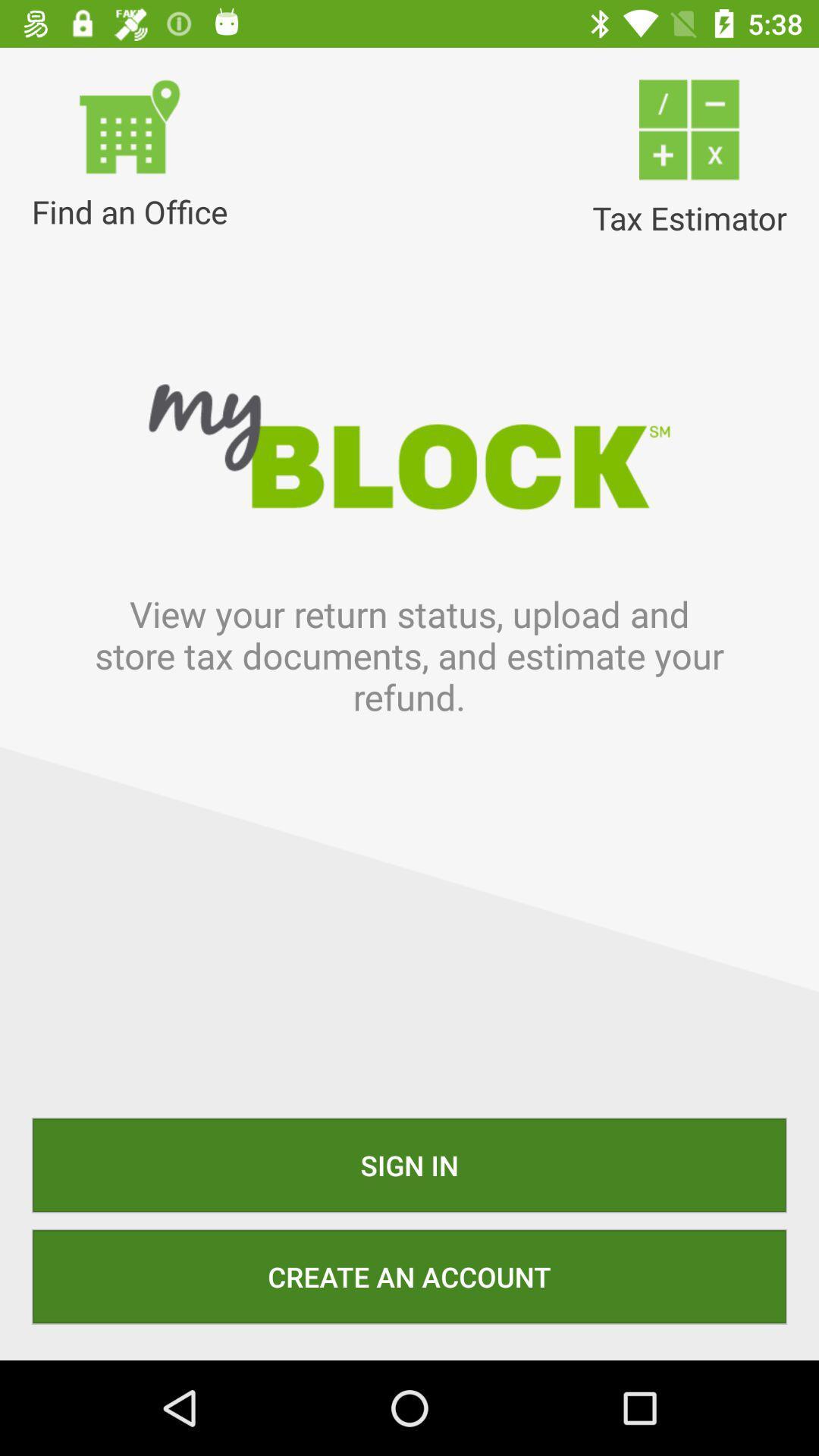 This screenshot has width=819, height=1456. I want to click on the item below the view your return, so click(409, 1164).